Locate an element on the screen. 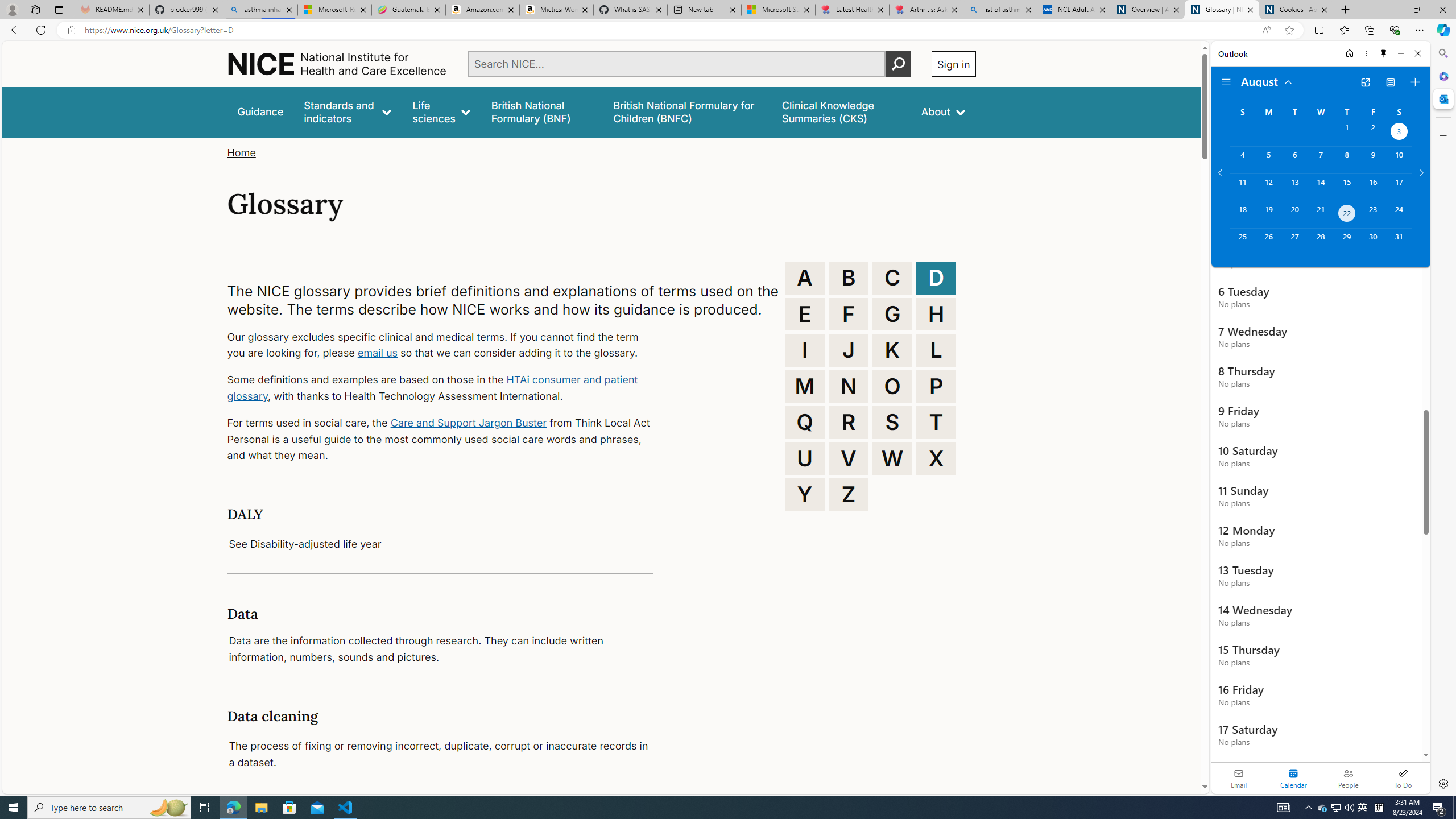 The height and width of the screenshot is (819, 1456). 'People' is located at coordinates (1347, 777).